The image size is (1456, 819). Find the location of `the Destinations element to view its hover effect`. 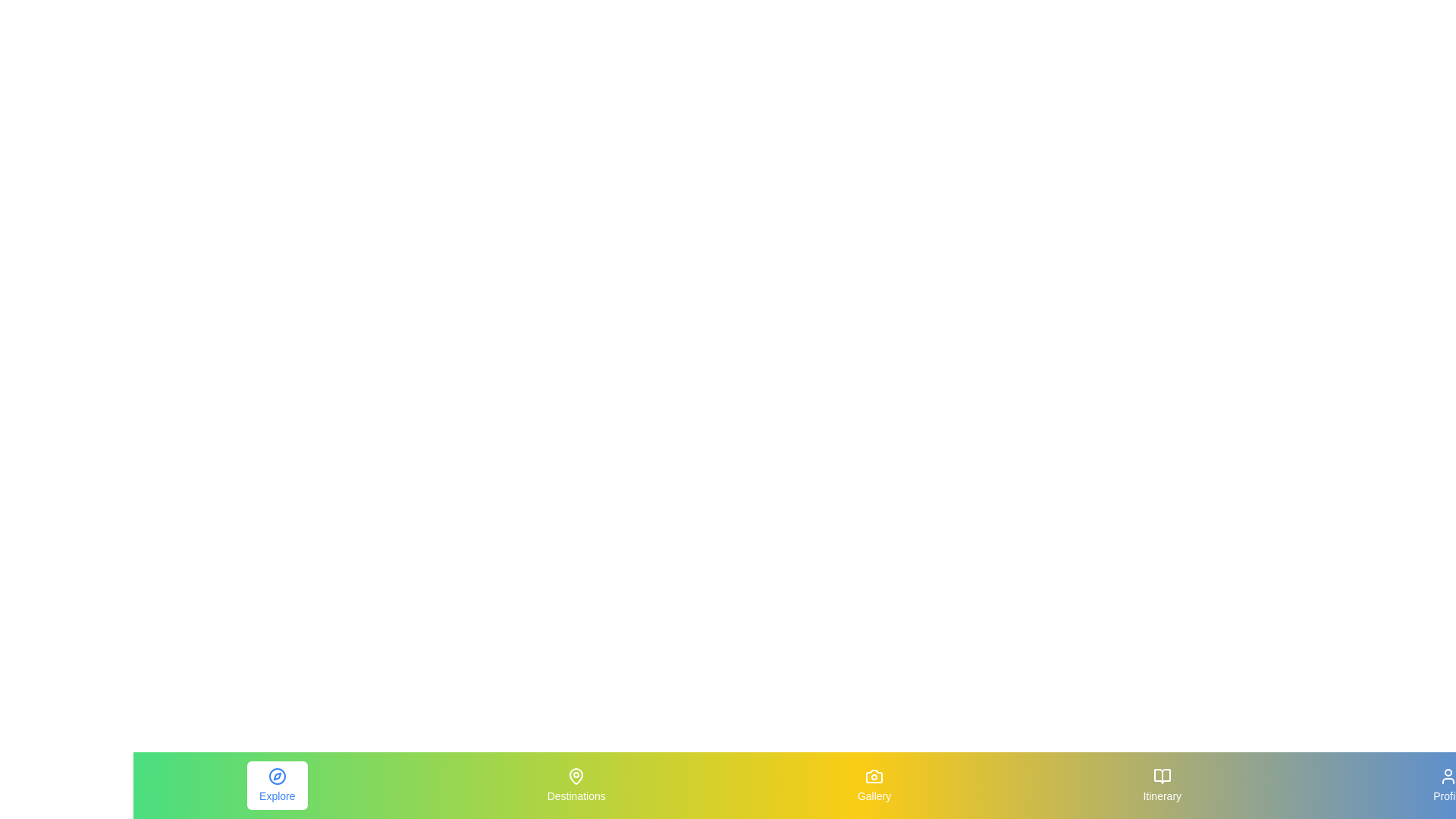

the Destinations element to view its hover effect is located at coordinates (576, 785).